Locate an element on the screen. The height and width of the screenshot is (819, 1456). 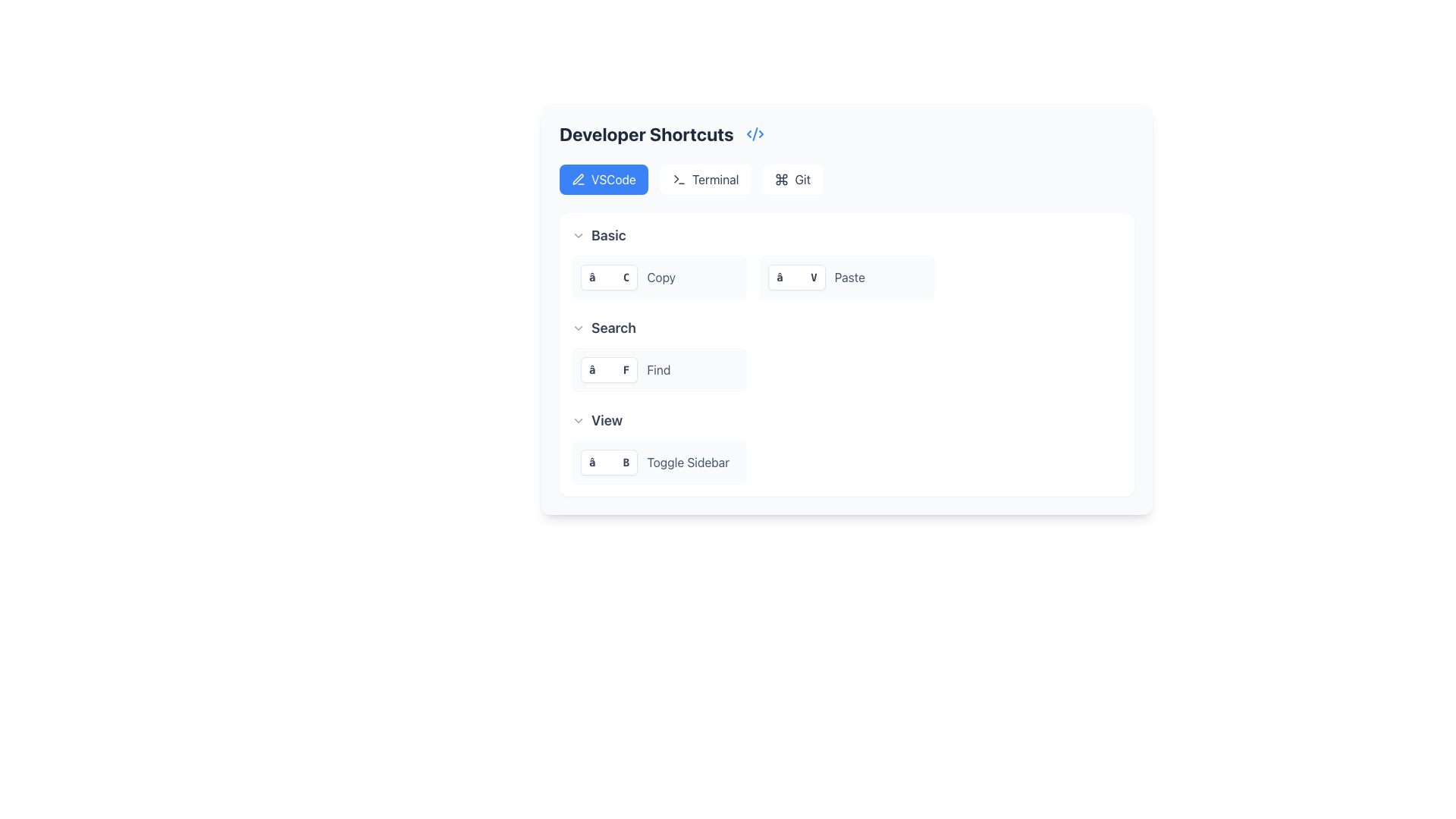
the first button in the 'Basic' category of the 'Developer Shortcuts' panel located at the top-left section is located at coordinates (659, 278).